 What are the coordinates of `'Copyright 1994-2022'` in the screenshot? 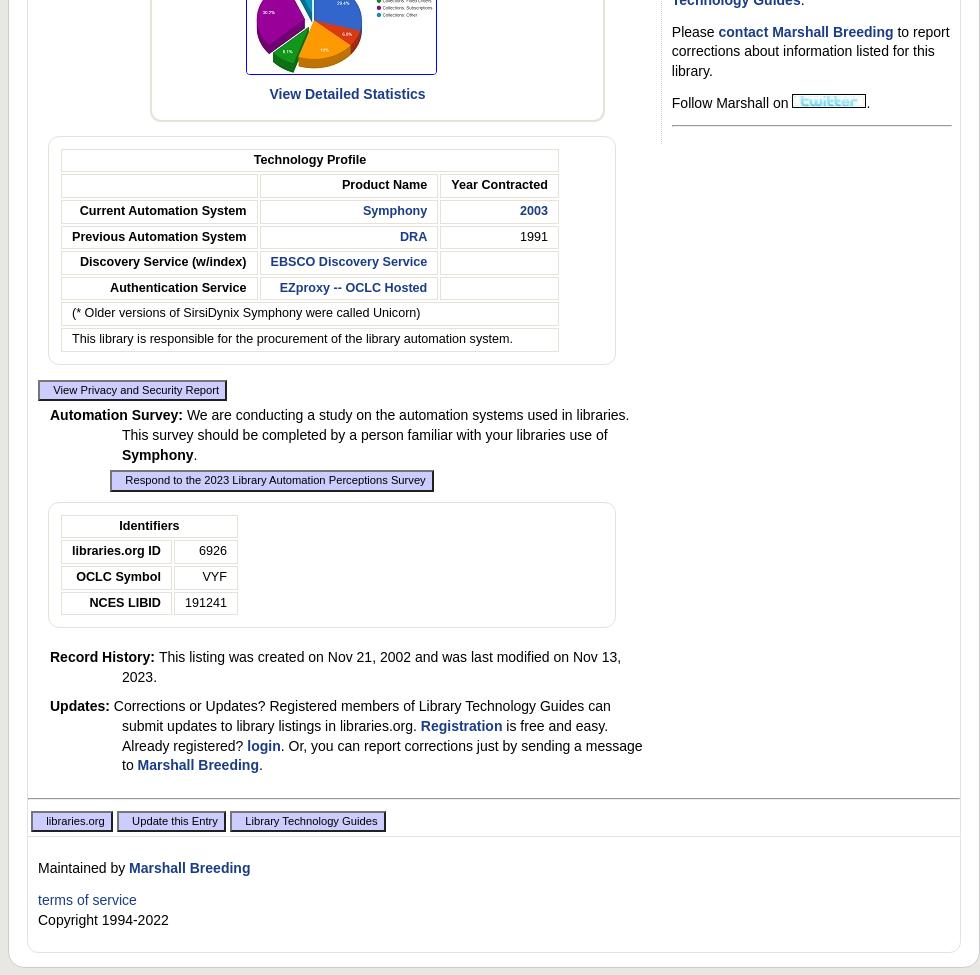 It's located at (102, 918).